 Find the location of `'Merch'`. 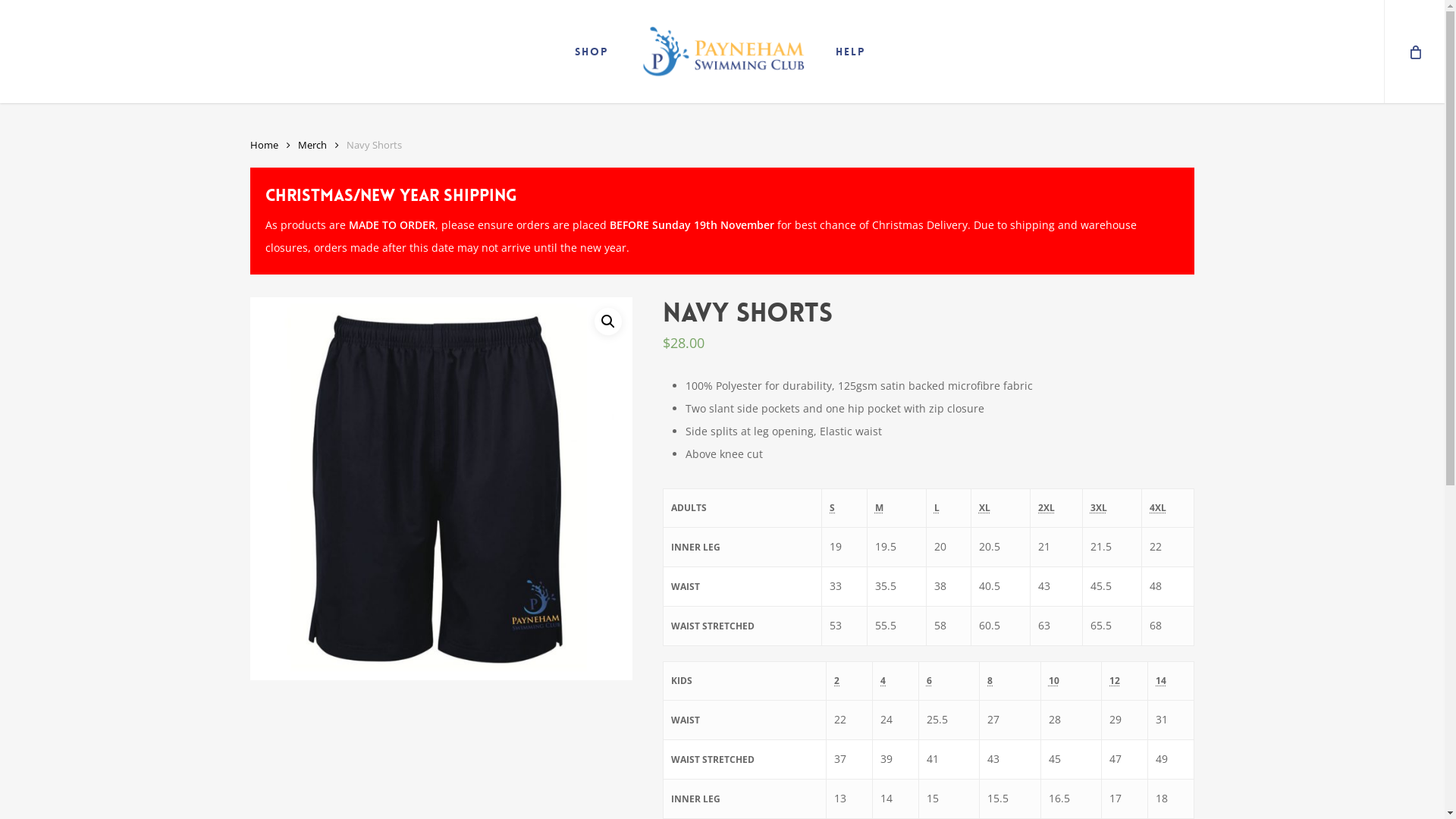

'Merch' is located at coordinates (312, 145).